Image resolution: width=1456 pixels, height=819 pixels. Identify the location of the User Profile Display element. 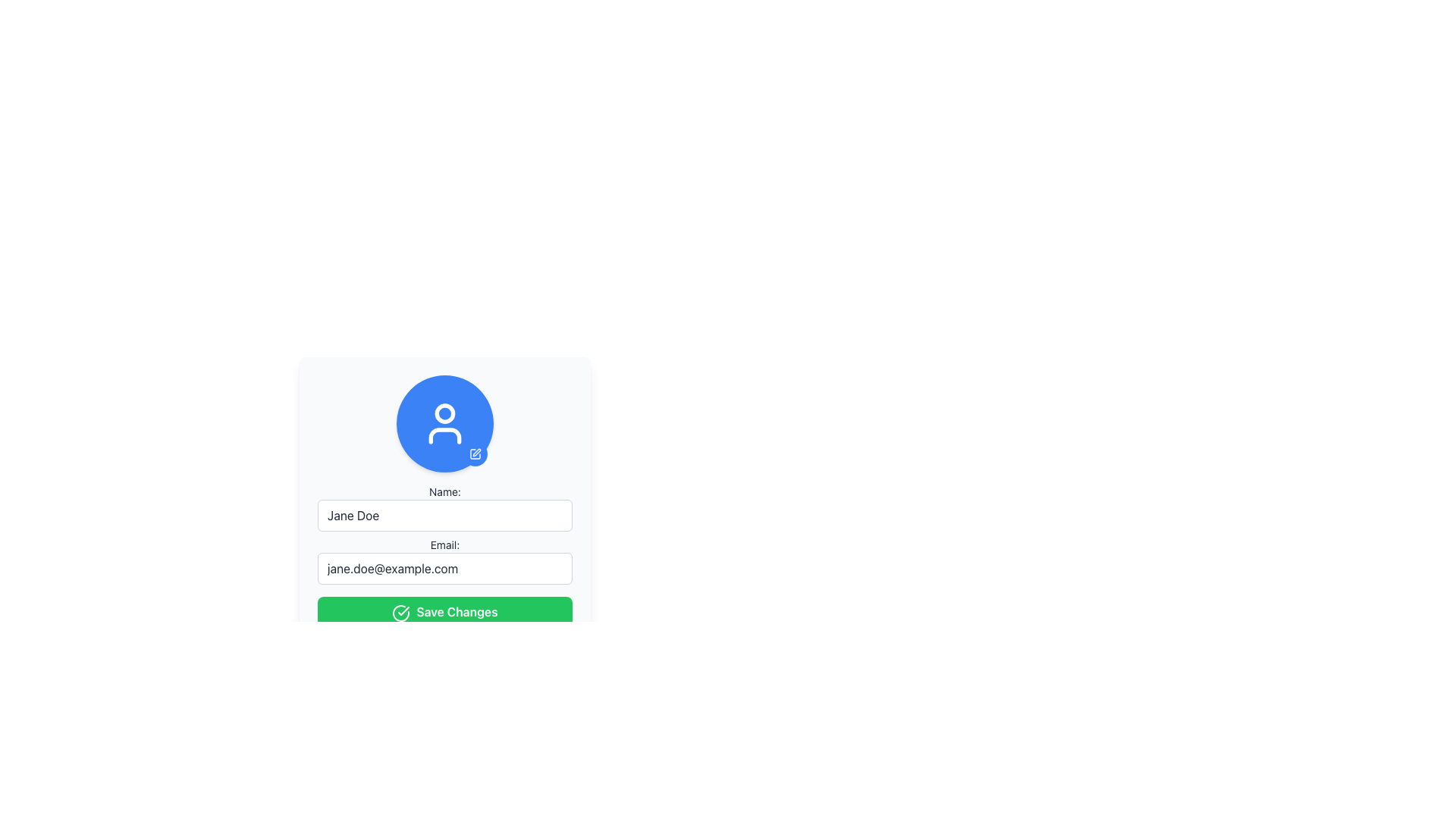
(444, 424).